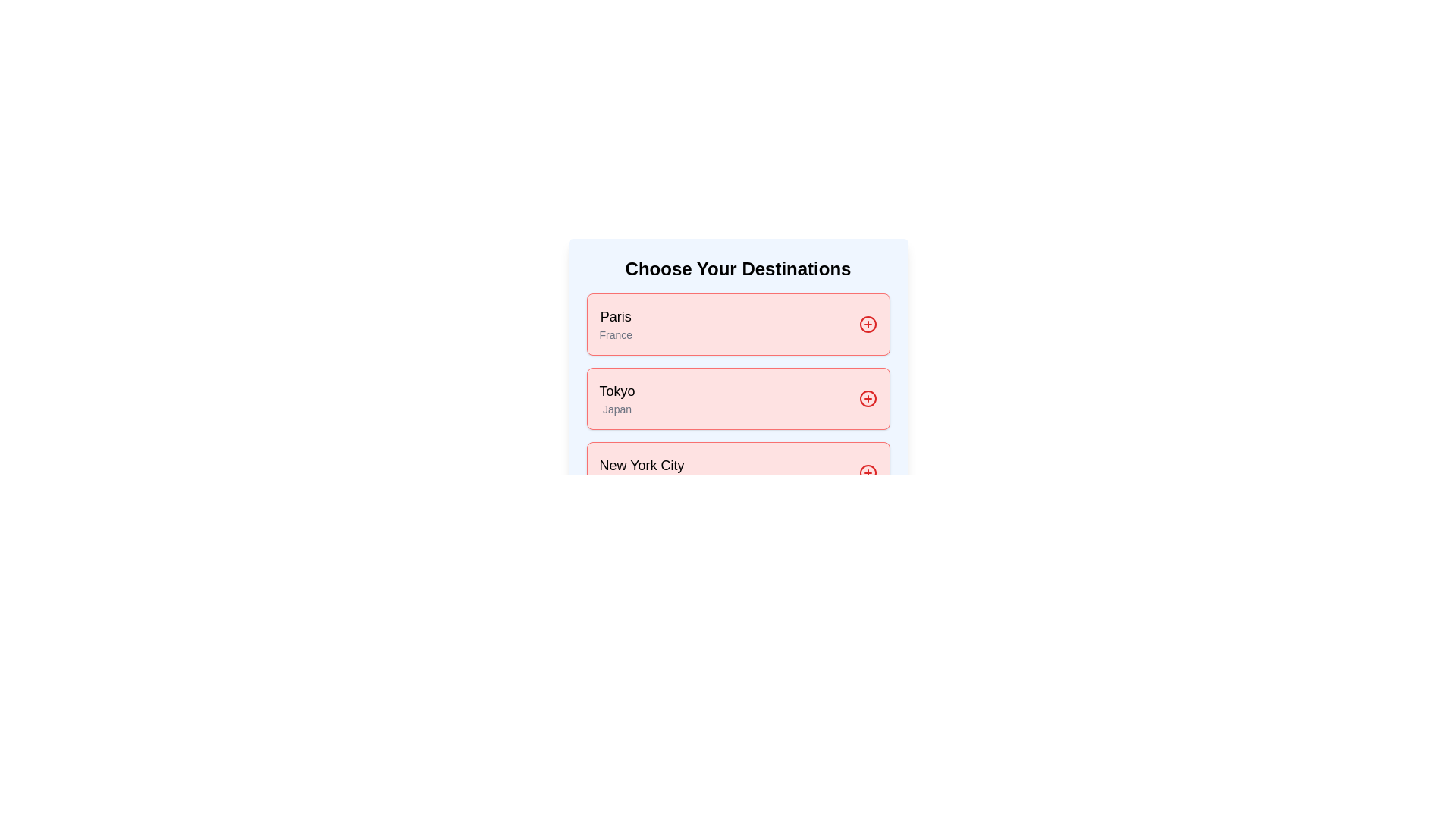 Image resolution: width=1456 pixels, height=819 pixels. What do you see at coordinates (616, 334) in the screenshot?
I see `the label displaying the text 'France', which is styled in a smaller muted gray font and located below 'Paris' within the labeled destination card` at bounding box center [616, 334].